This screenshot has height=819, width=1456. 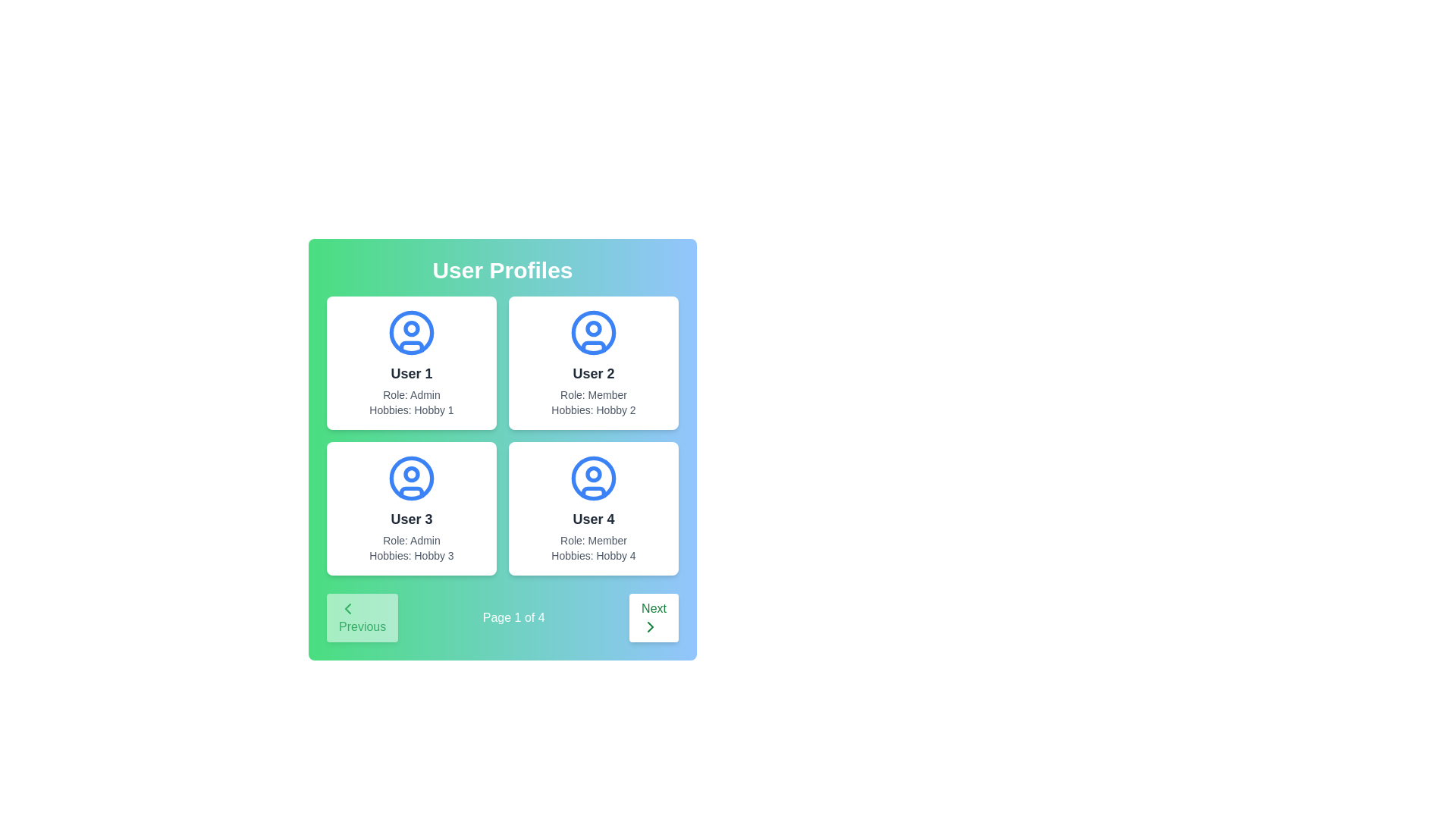 What do you see at coordinates (502, 617) in the screenshot?
I see `the pagination navigation bar located at the bottom of the 'User Profiles' section` at bounding box center [502, 617].